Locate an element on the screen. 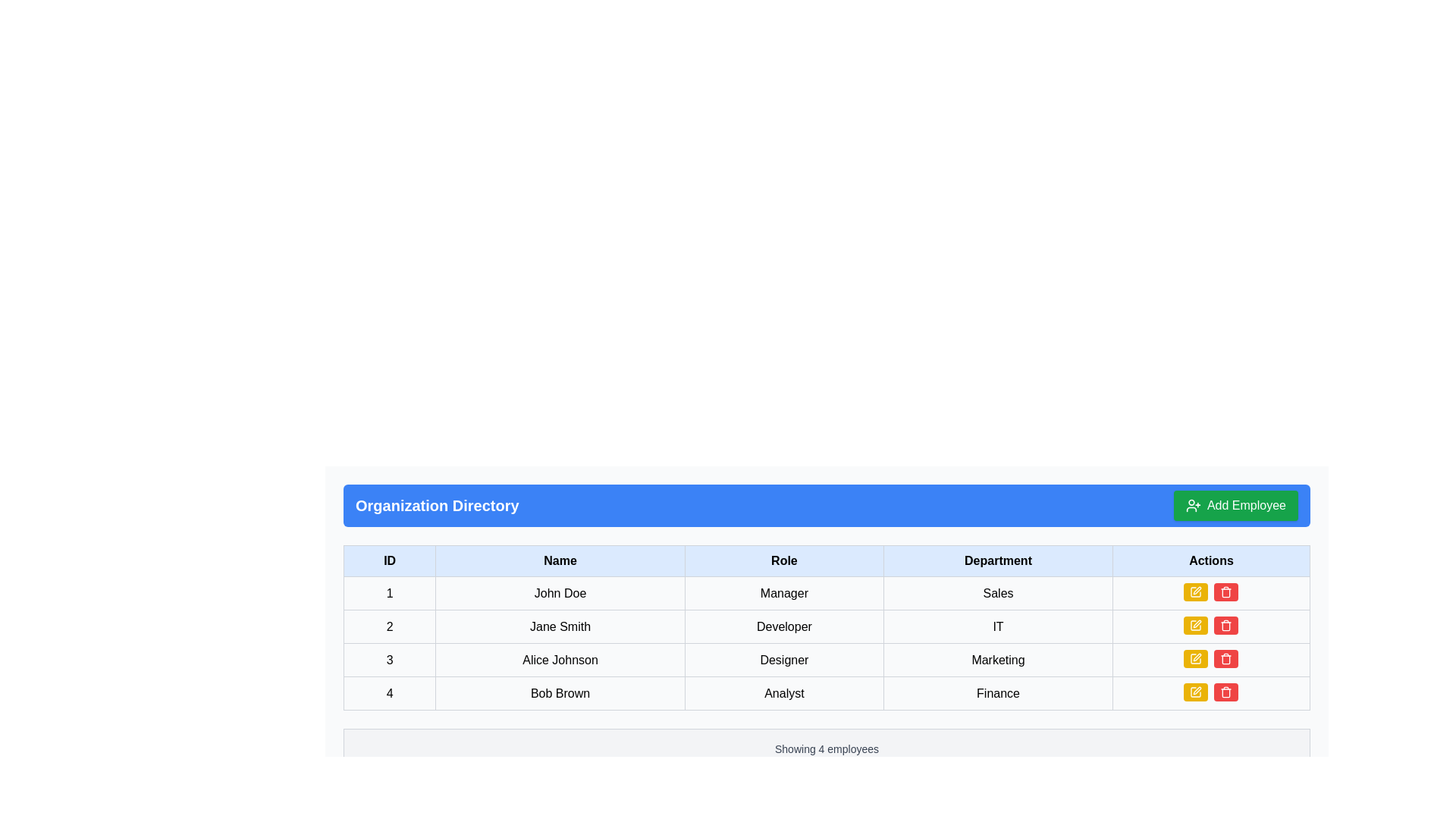 This screenshot has width=1456, height=819. the static text element indicating the role of the person in the fourth row of the table, located under the 'Role' column, between 'Bob Brown' and 'Finance' is located at coordinates (784, 693).